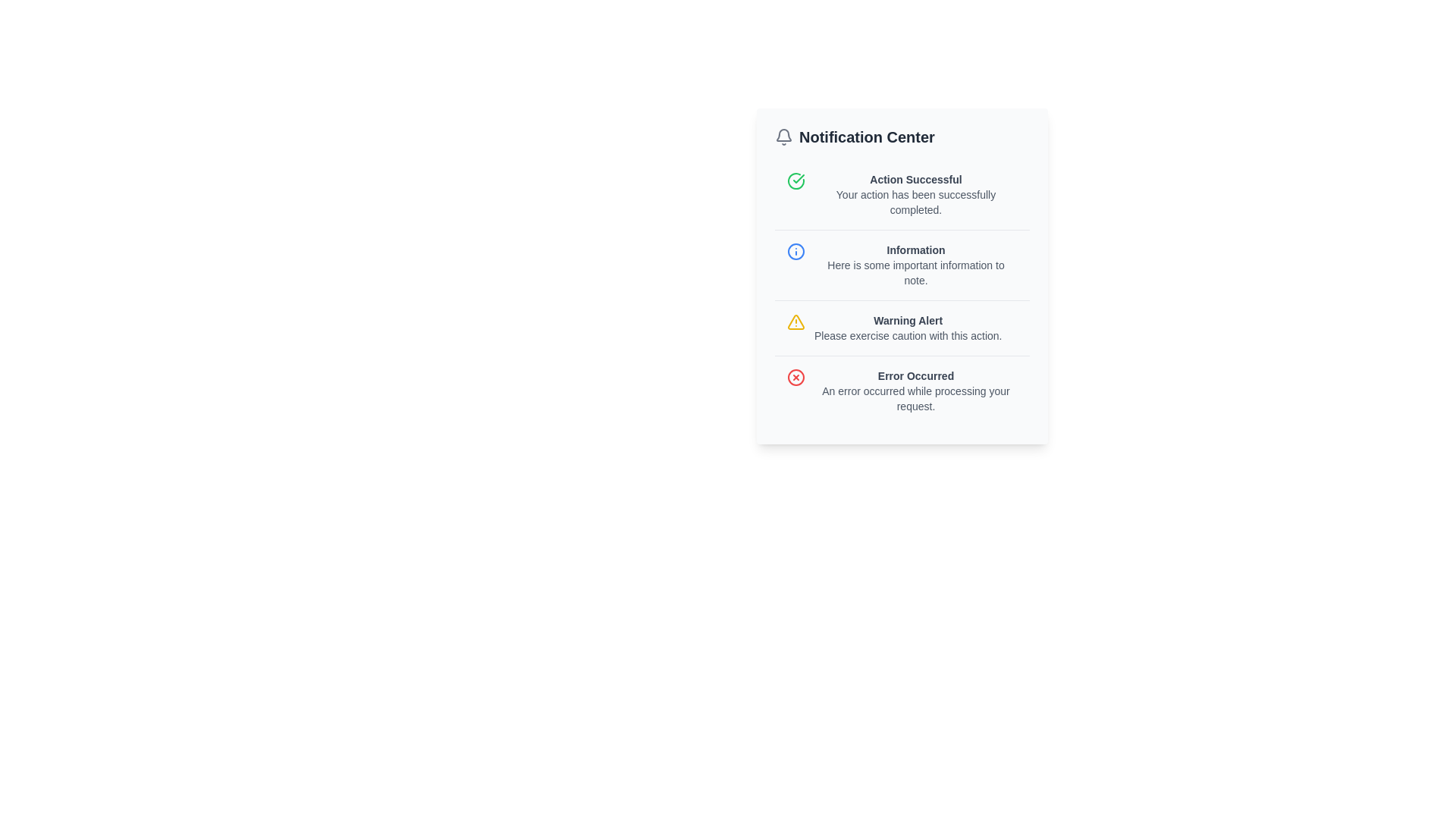  I want to click on the Header Section element containing the bell icon and 'Notification Center' text, which is located at the top of the notification panel, so click(902, 137).